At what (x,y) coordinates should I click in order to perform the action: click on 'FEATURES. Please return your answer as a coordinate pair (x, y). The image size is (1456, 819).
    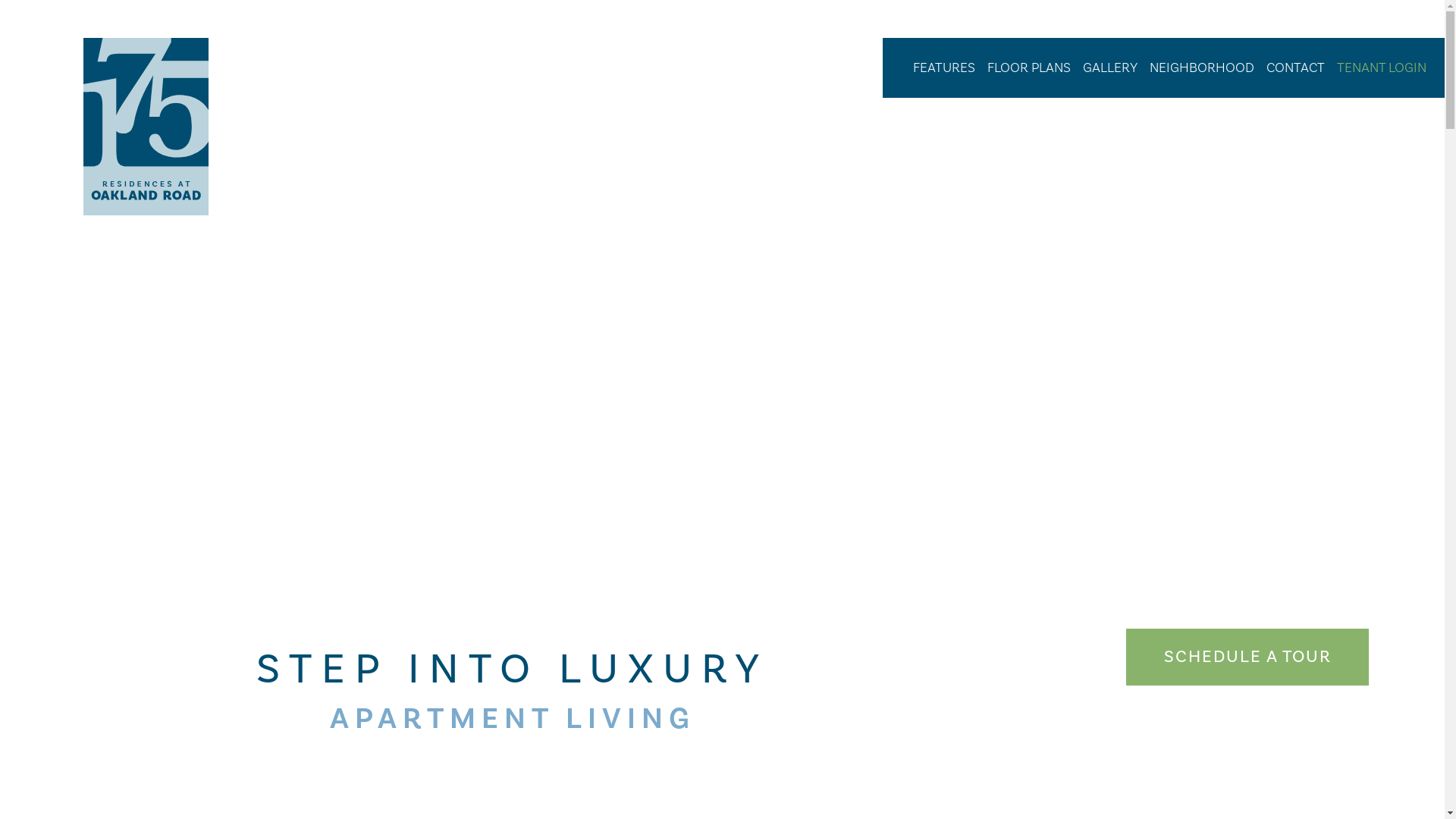
    Looking at the image, I should click on (943, 67).